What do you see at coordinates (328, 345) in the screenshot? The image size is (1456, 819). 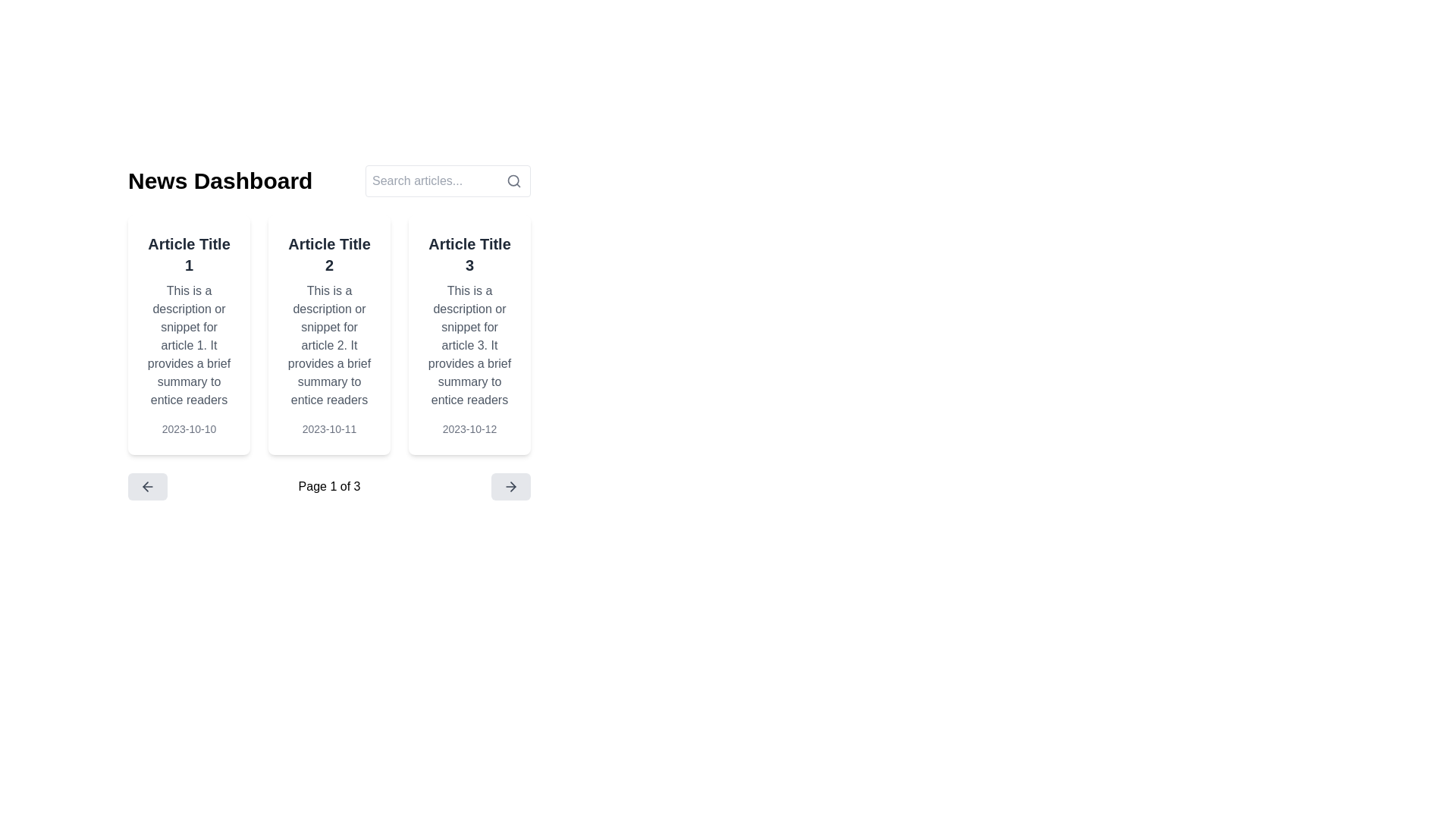 I see `the informational text block located in the second column below 'Article Title 2' and above the date '2023-10-11'` at bounding box center [328, 345].